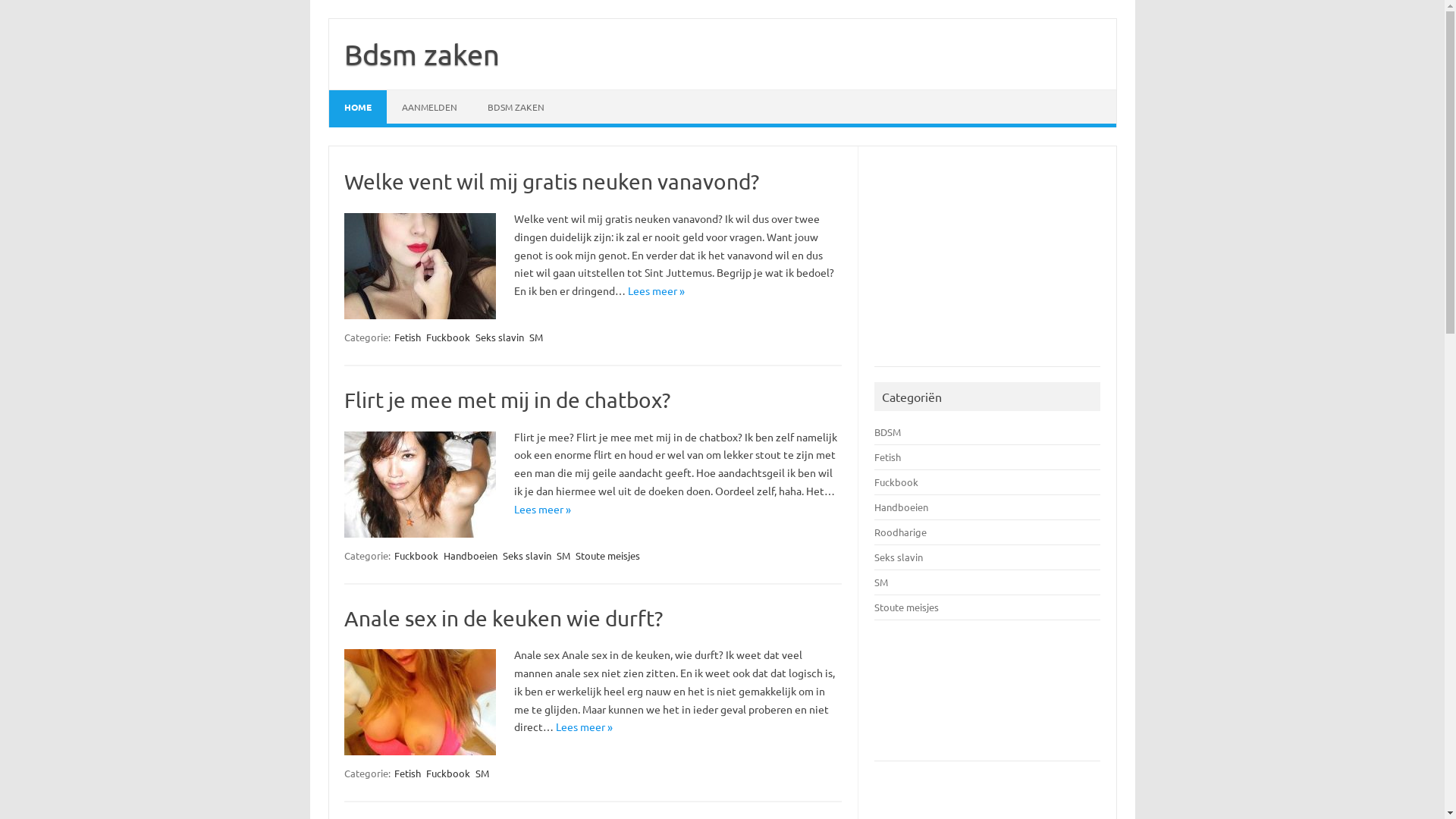 Image resolution: width=1456 pixels, height=819 pixels. What do you see at coordinates (874, 531) in the screenshot?
I see `'Roodharige'` at bounding box center [874, 531].